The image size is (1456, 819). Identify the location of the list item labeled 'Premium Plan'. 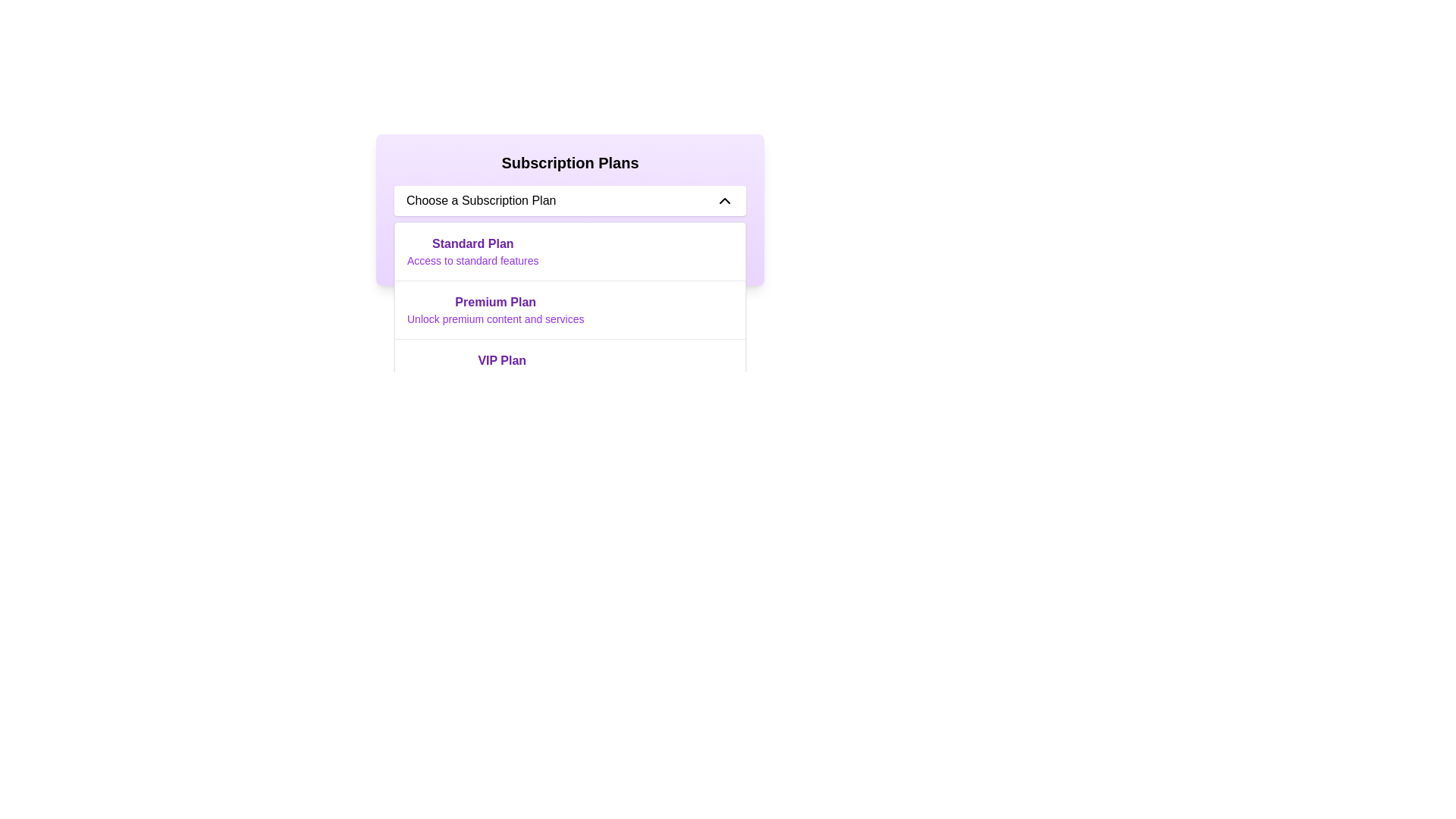
(570, 309).